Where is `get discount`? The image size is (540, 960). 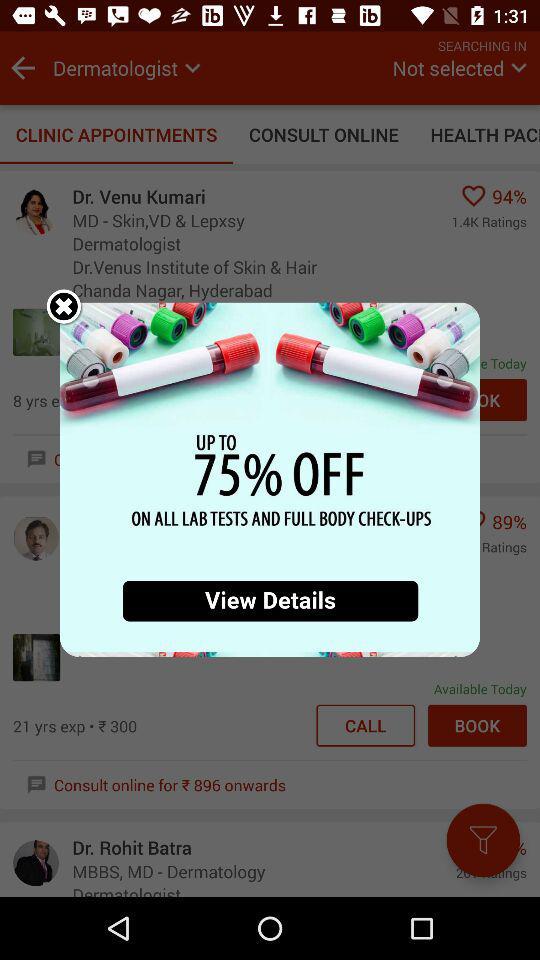
get discount is located at coordinates (270, 479).